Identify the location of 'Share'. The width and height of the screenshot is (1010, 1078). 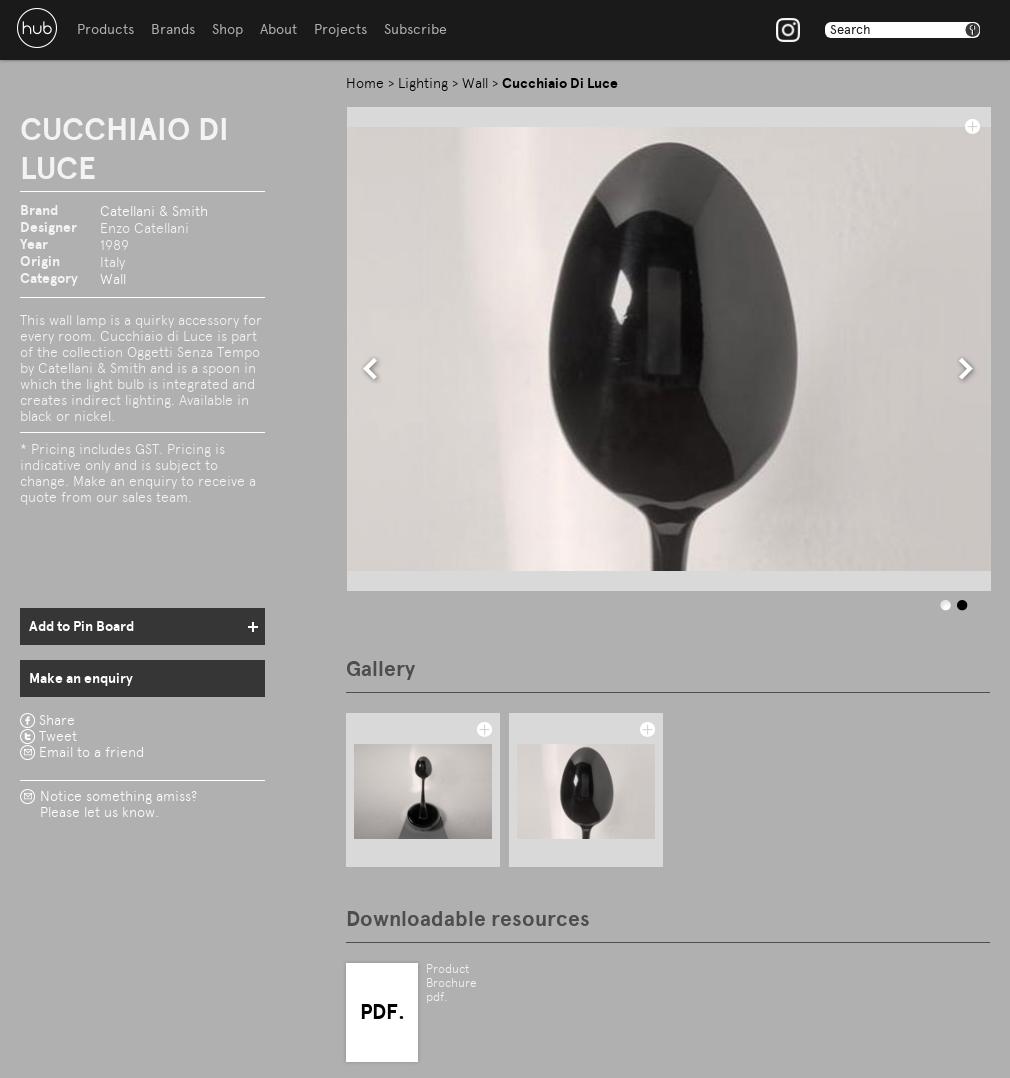
(55, 718).